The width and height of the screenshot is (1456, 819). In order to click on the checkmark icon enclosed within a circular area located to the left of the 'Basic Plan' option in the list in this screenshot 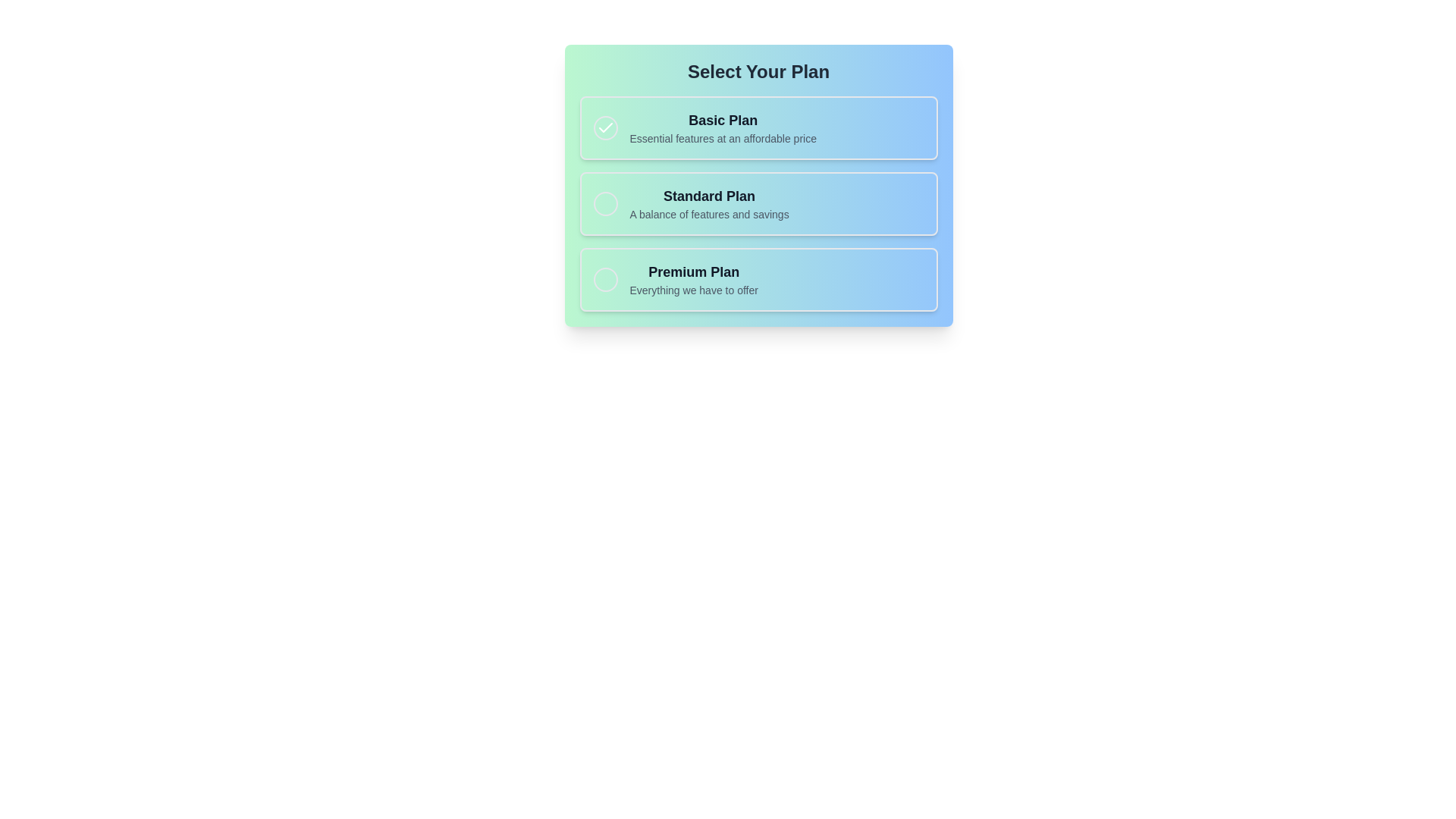, I will do `click(604, 127)`.